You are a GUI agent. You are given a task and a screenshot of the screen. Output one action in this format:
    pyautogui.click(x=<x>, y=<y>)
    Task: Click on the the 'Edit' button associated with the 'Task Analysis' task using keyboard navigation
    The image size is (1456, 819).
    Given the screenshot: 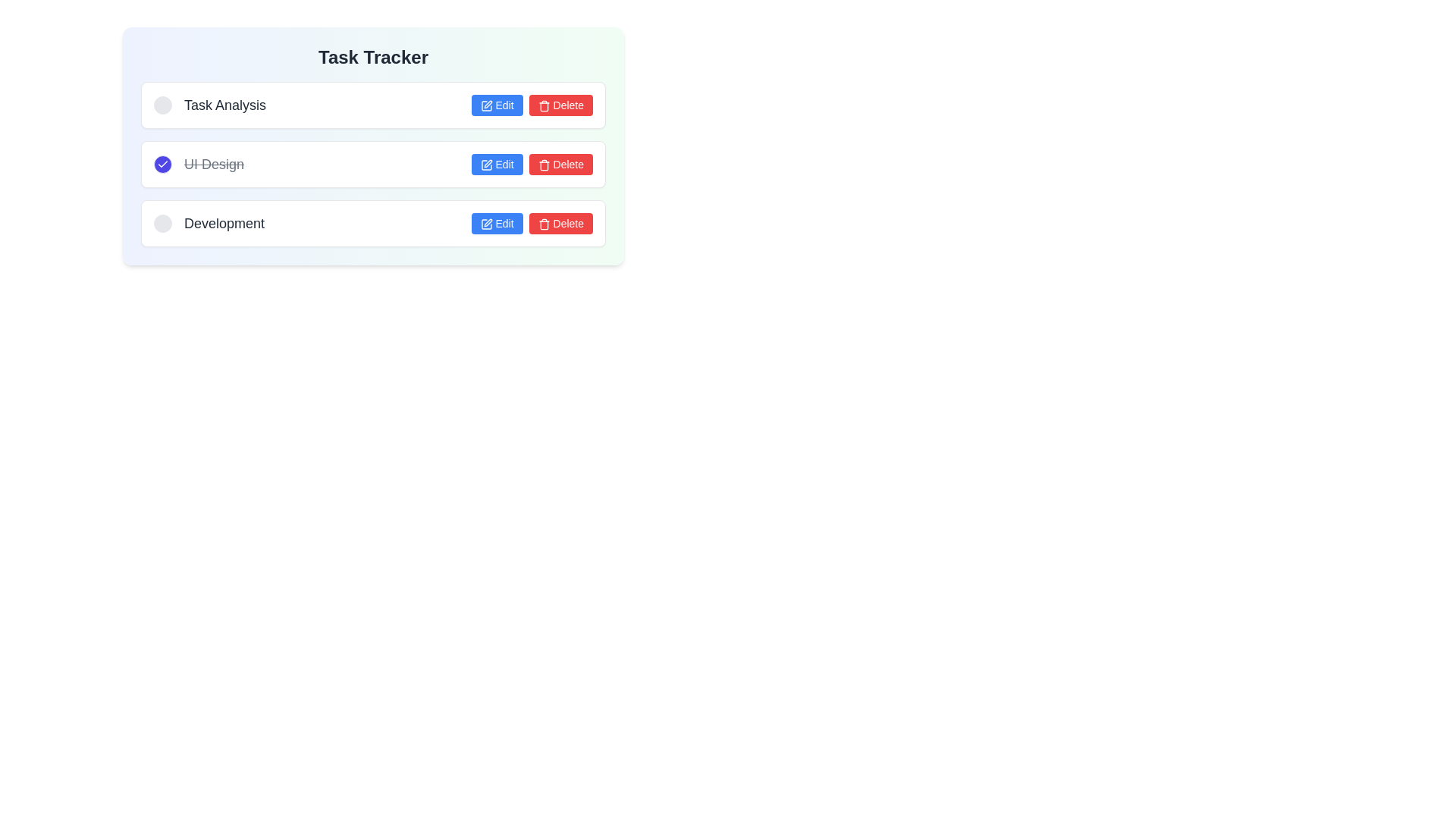 What is the action you would take?
    pyautogui.click(x=497, y=104)
    